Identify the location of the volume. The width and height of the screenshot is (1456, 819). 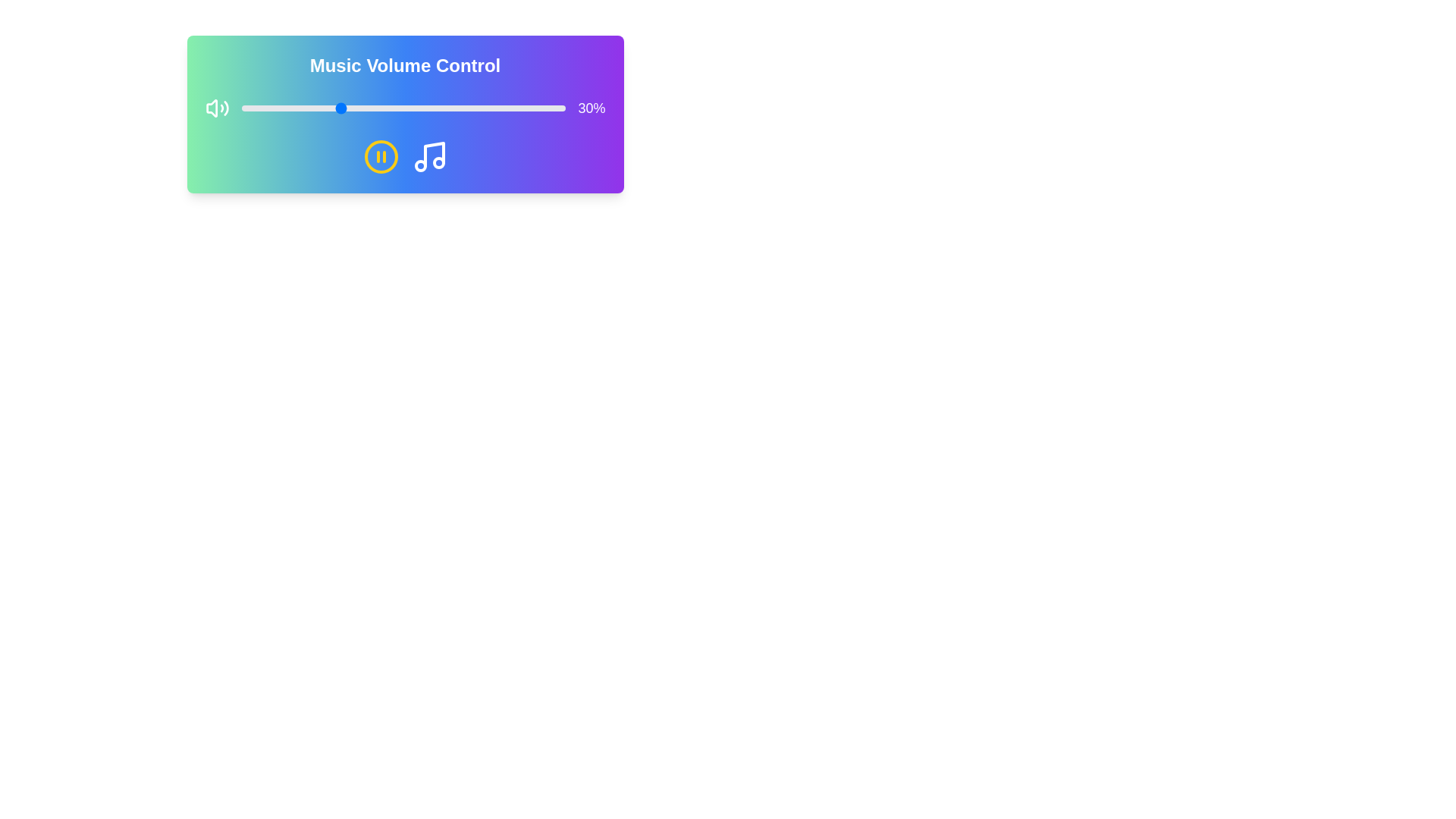
(438, 107).